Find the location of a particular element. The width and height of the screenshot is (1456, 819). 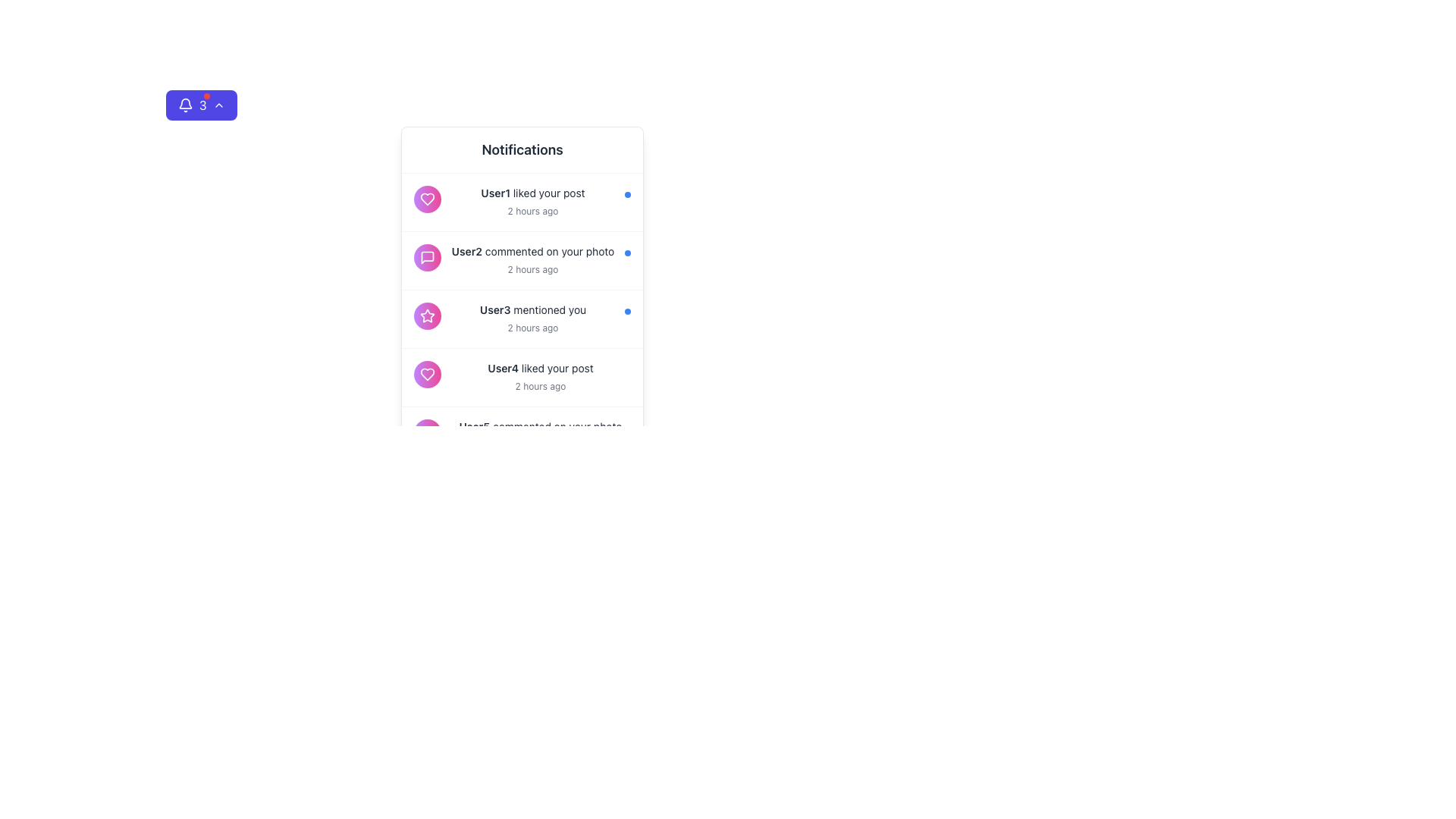

the notification message item displaying 'User5 commented on your photo' located at the bottom of the notification panel is located at coordinates (522, 436).